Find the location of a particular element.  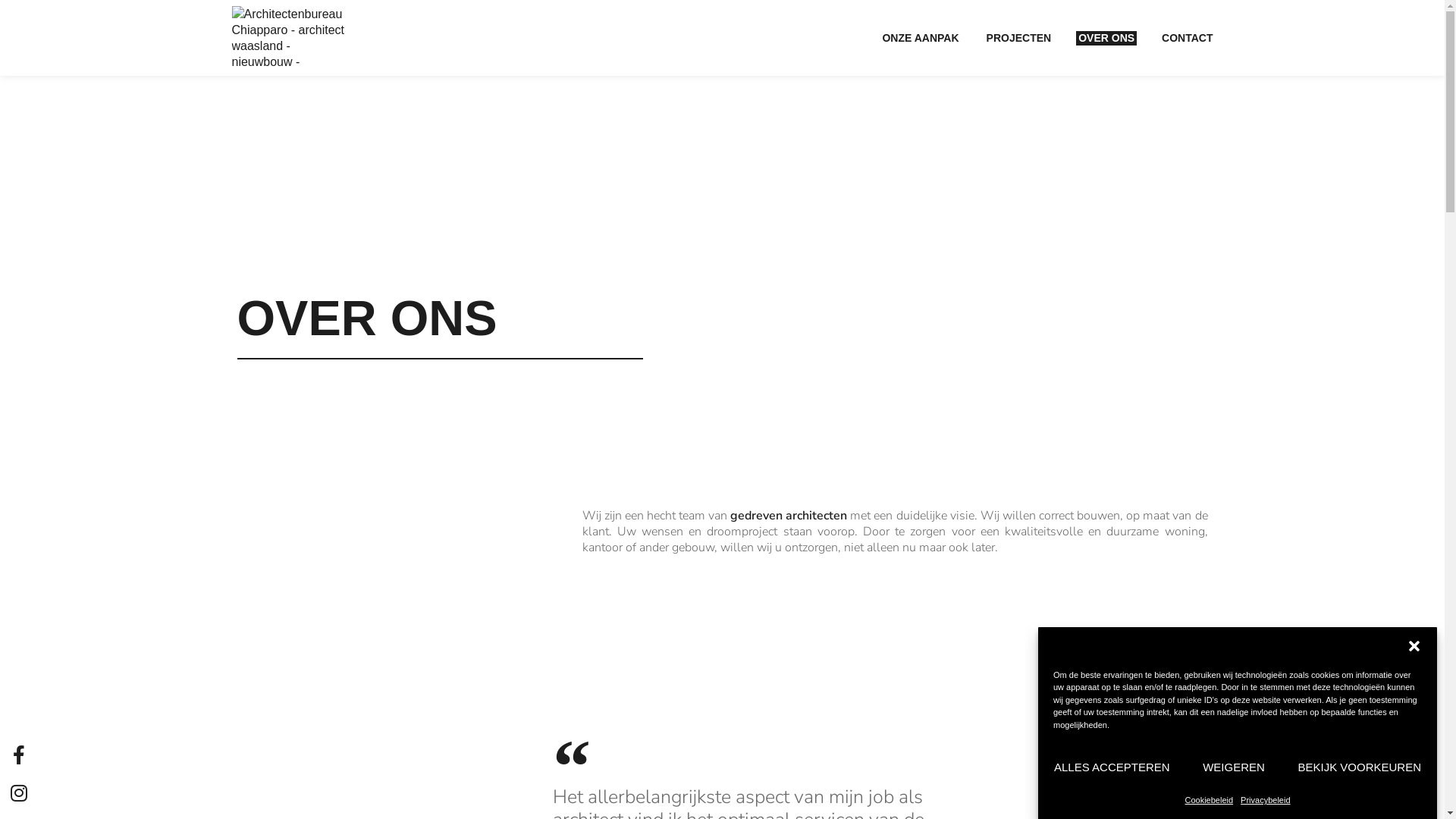

'ALLES ACCEPTEREN' is located at coordinates (1052, 767).